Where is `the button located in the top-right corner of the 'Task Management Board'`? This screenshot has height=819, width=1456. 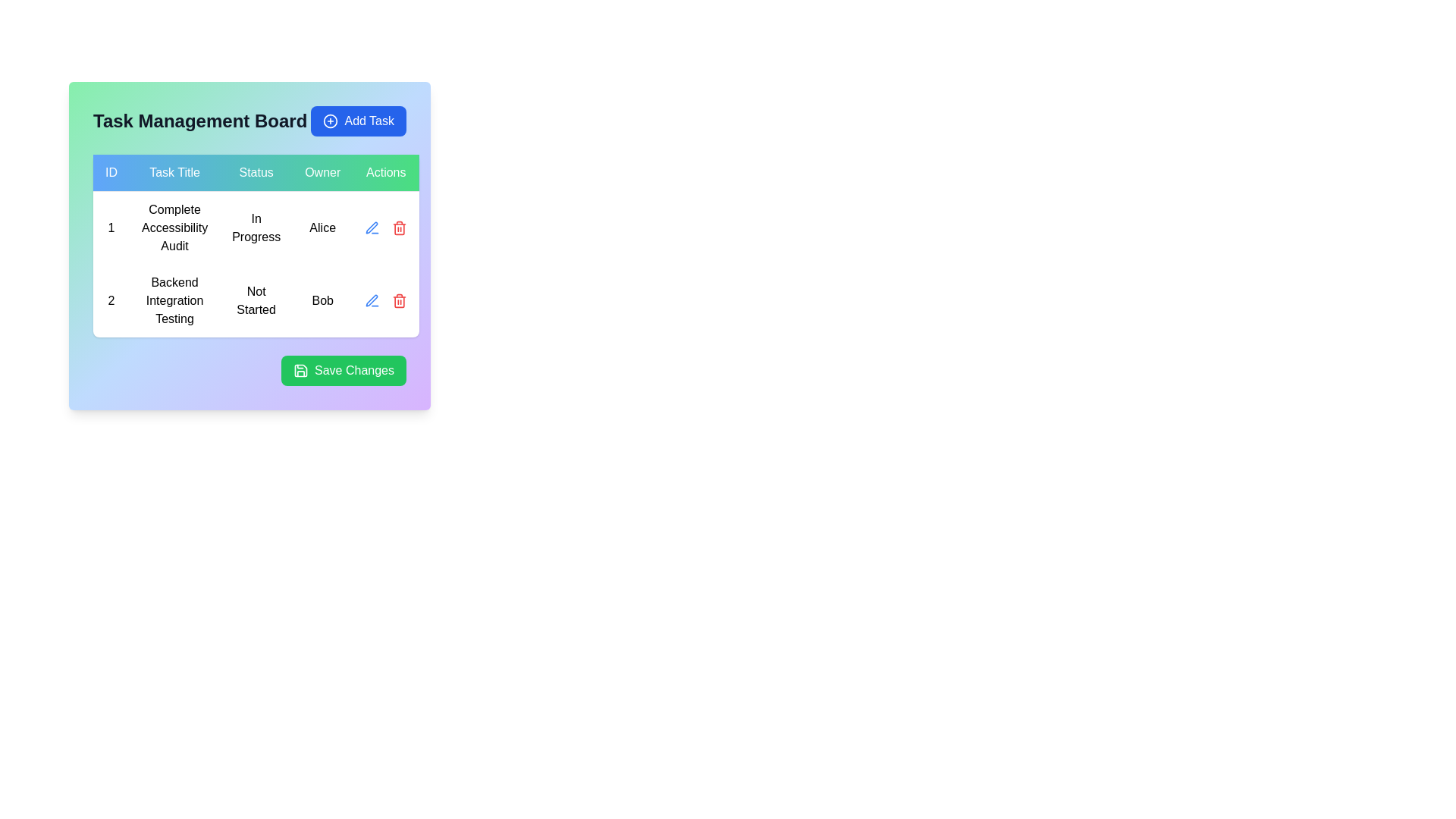
the button located in the top-right corner of the 'Task Management Board' is located at coordinates (358, 120).